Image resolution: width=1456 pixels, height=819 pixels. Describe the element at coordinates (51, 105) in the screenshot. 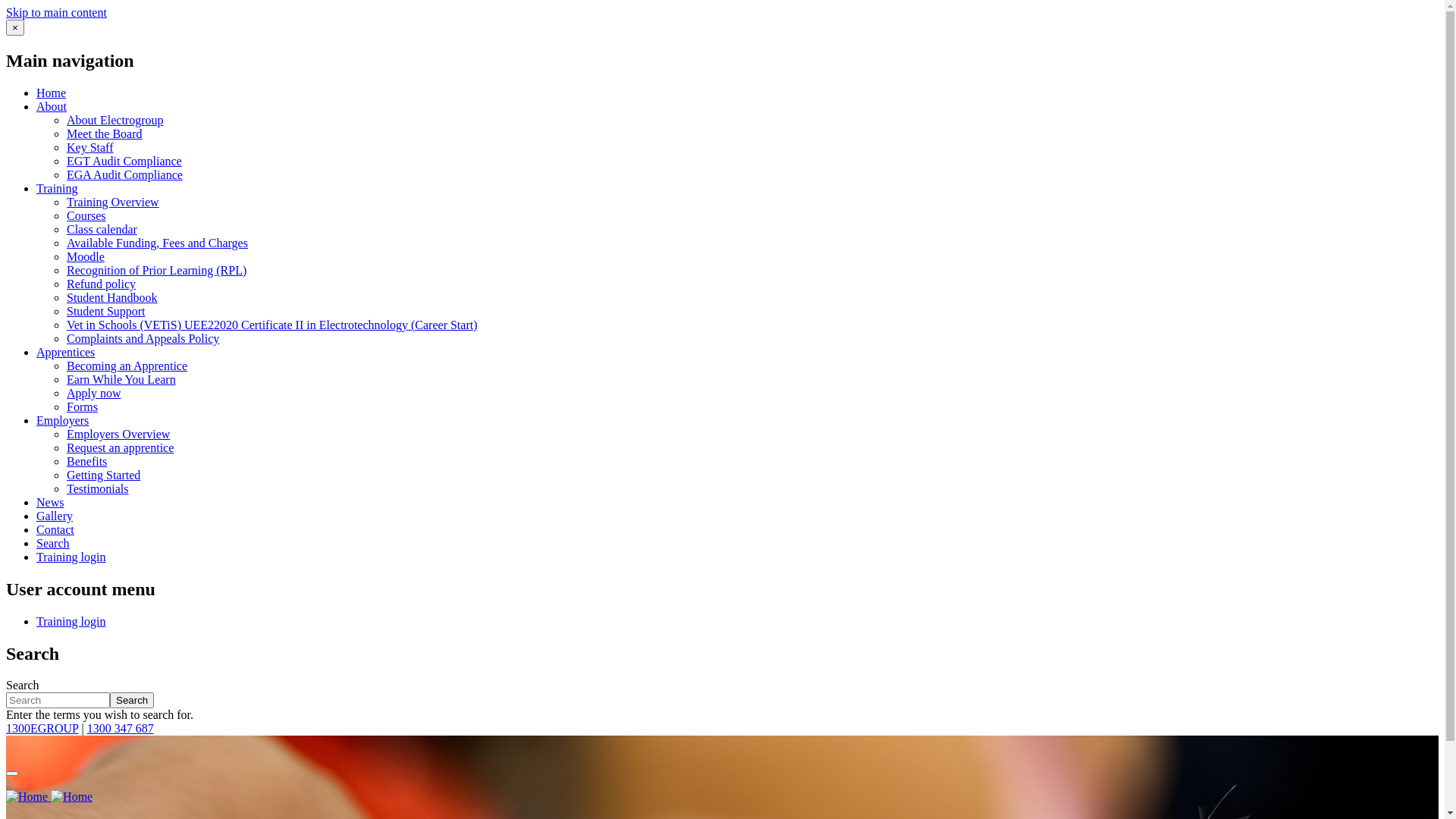

I see `'About'` at that location.